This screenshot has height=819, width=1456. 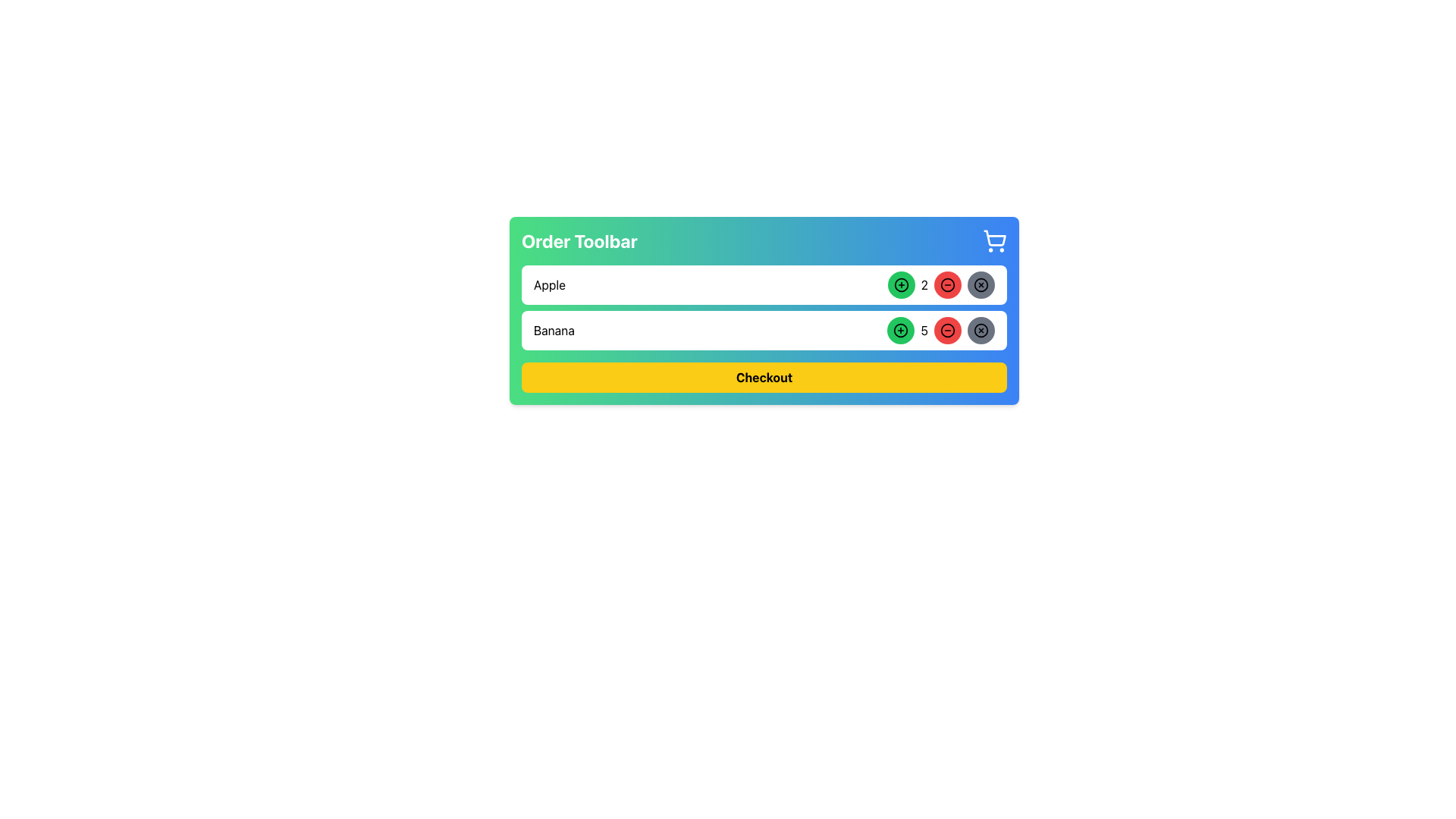 I want to click on the vibrant 'Checkout' button with a bold yellow background and rounded corners located at the bottom of the 'Order Toolbar' section, so click(x=764, y=376).